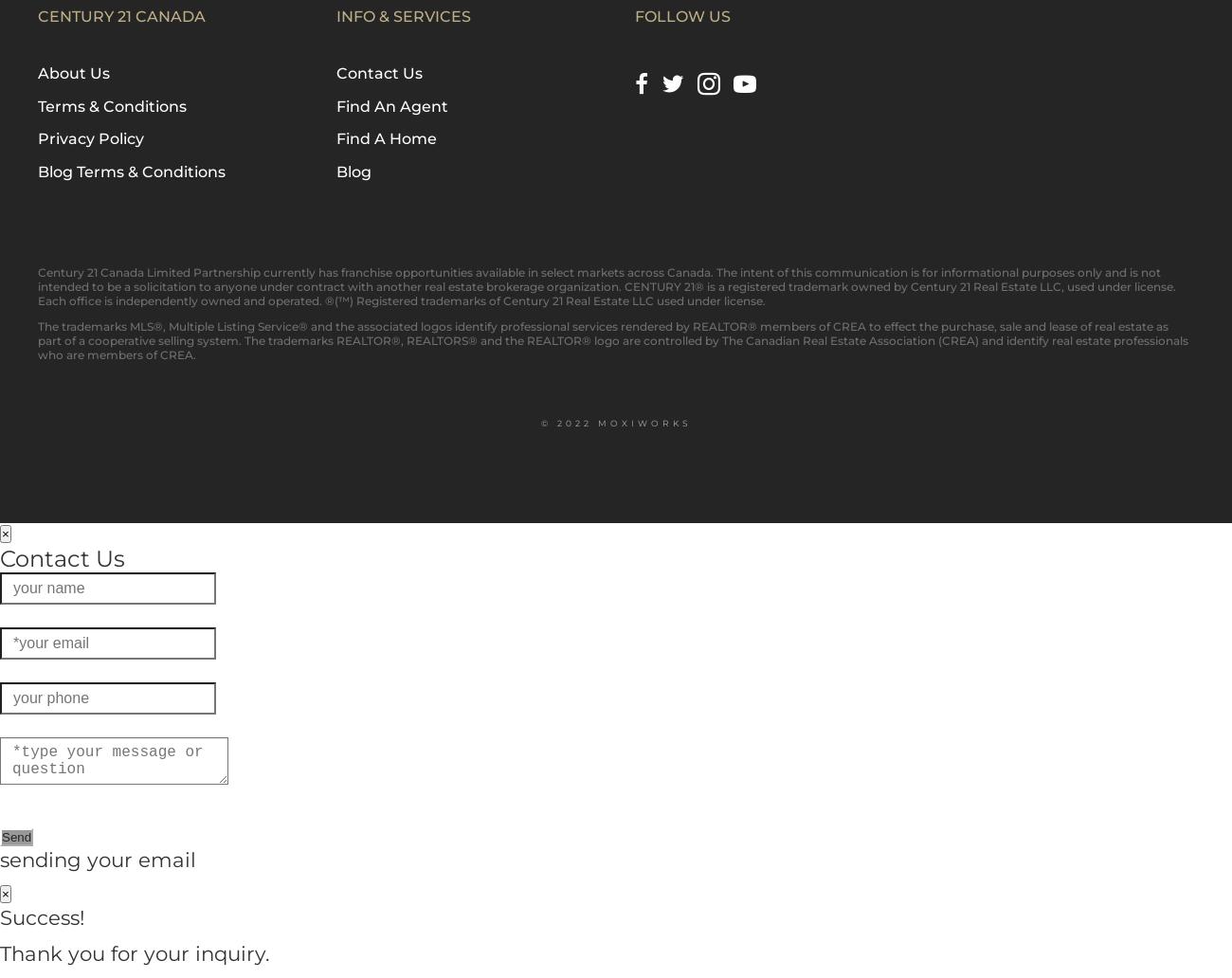  I want to click on 'Thank you for your inquiry.', so click(134, 951).